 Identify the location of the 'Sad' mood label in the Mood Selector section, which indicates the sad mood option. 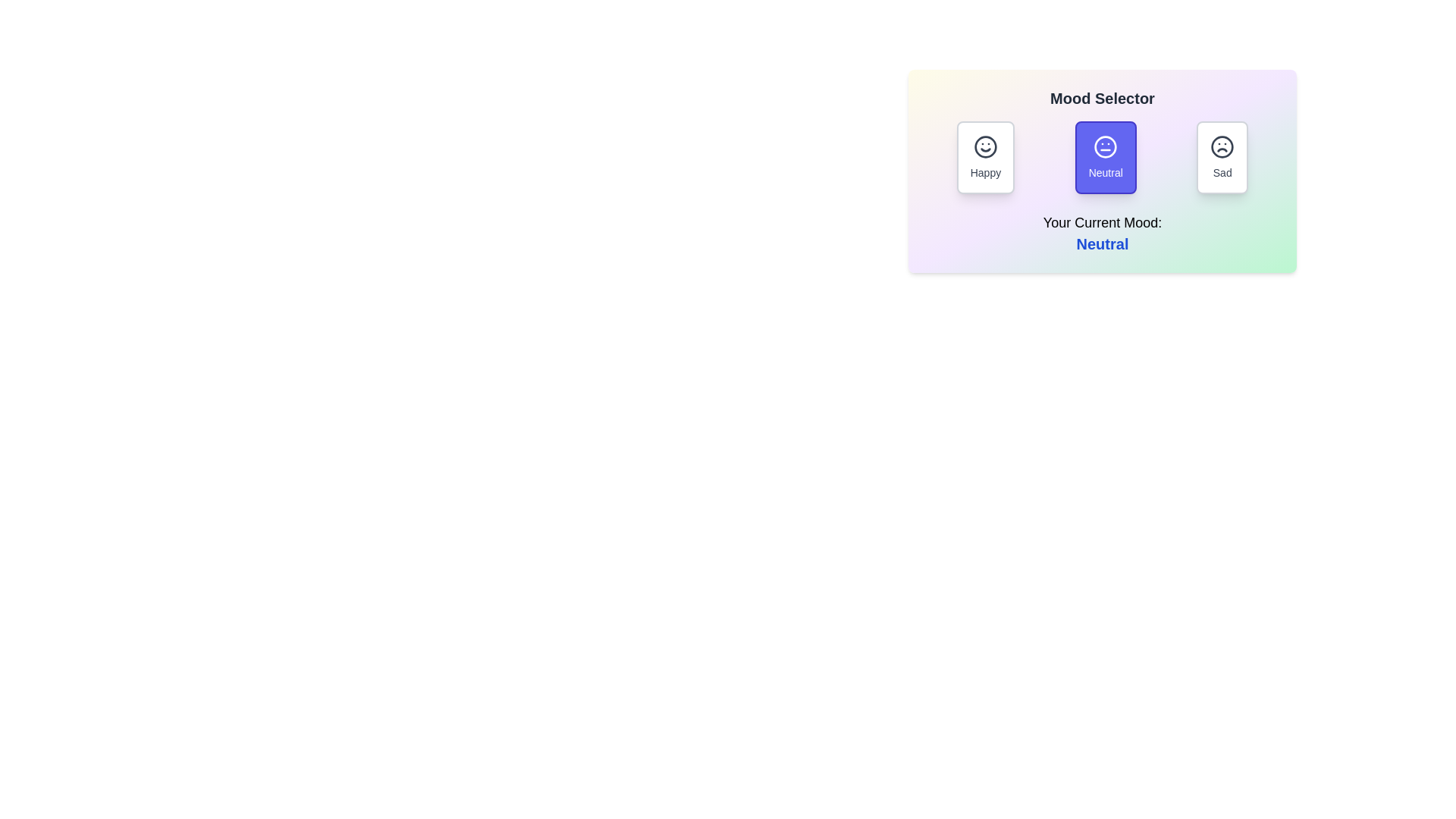
(1222, 171).